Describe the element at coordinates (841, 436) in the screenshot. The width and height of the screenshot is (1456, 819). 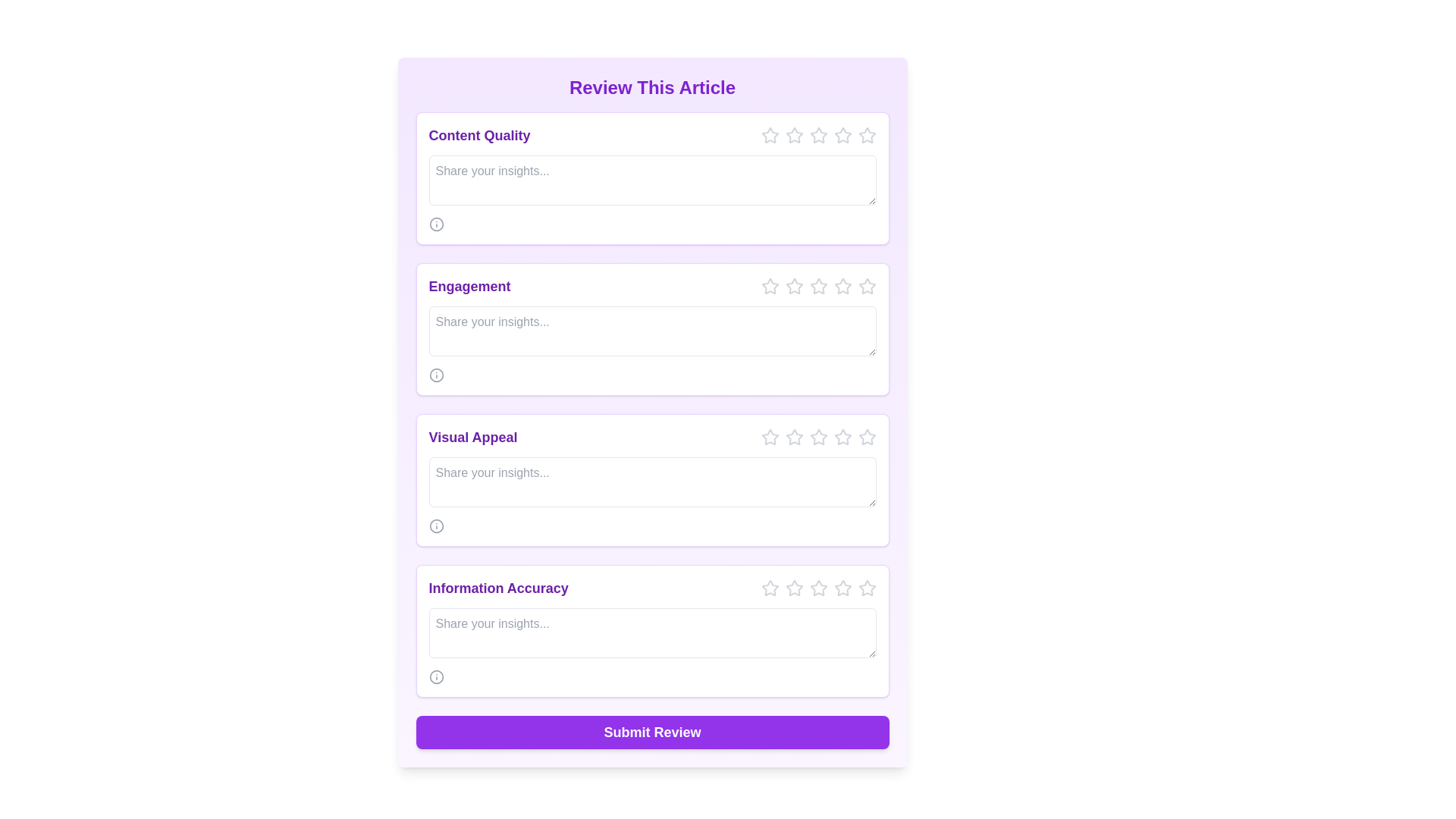
I see `the fifth star icon with a hollow outline in the rating system under the 'Visual Appeal' section to set a rating` at that location.